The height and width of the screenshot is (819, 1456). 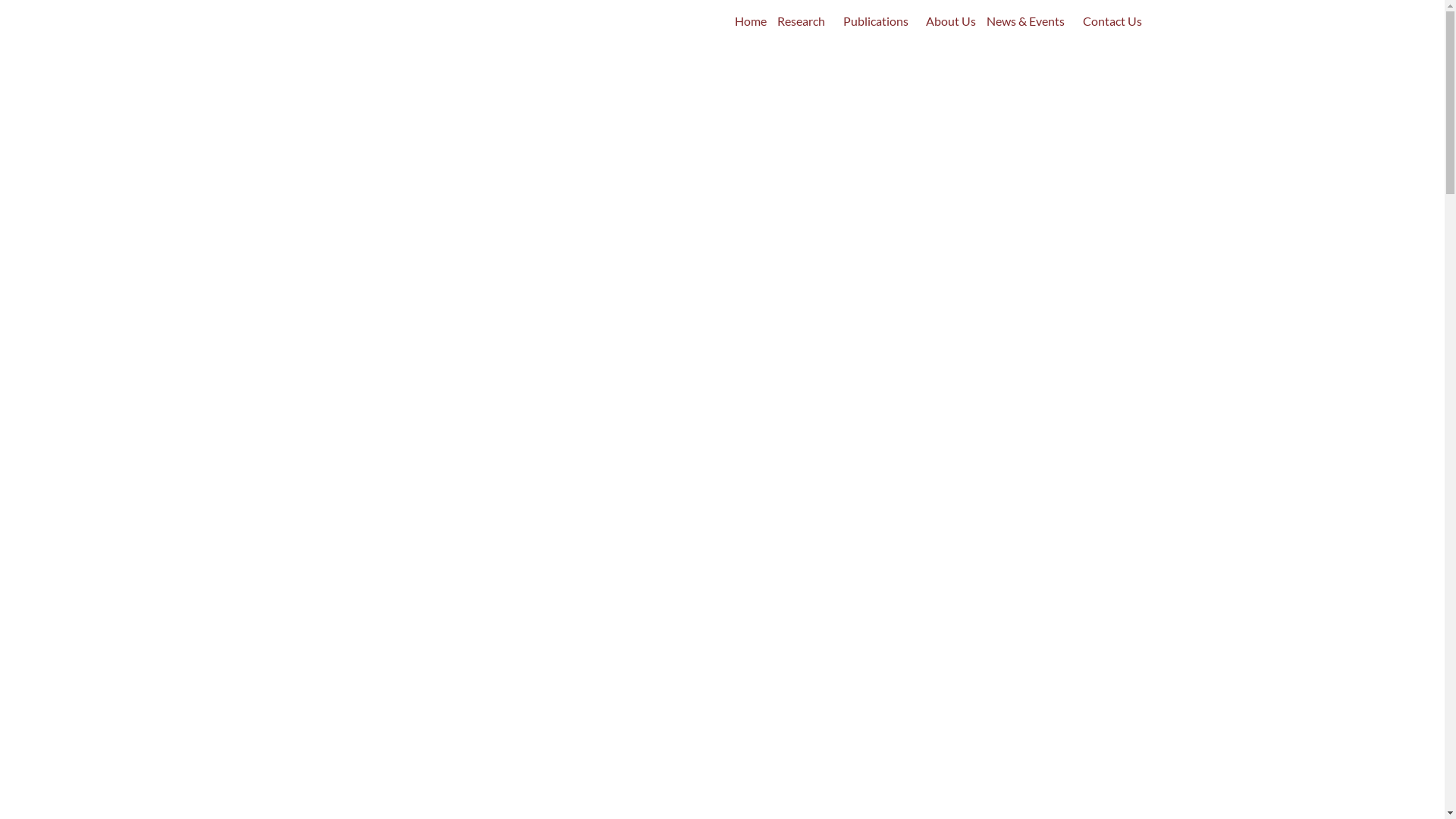 What do you see at coordinates (804, 20) in the screenshot?
I see `'Research'` at bounding box center [804, 20].